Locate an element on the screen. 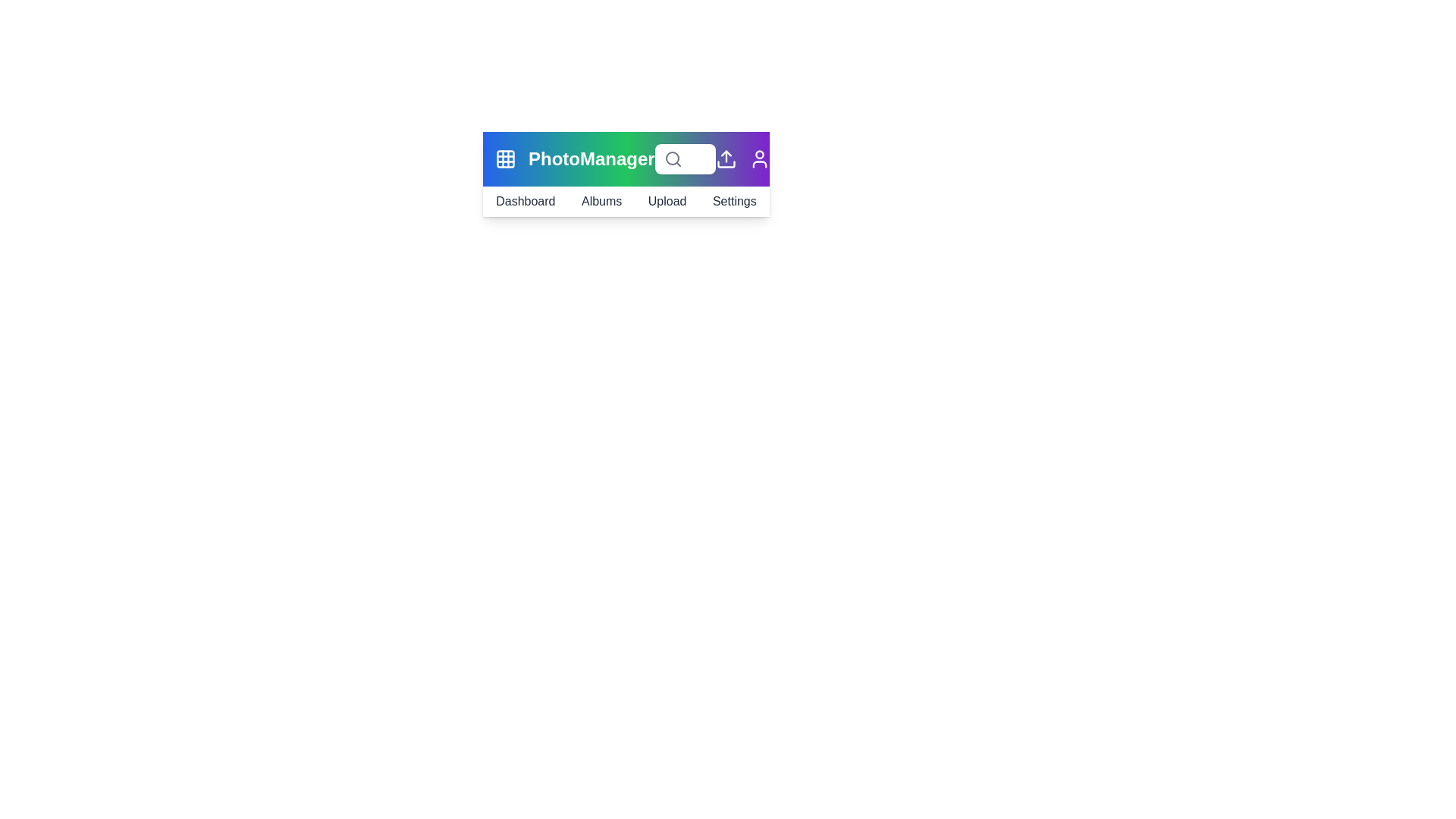 The height and width of the screenshot is (819, 1456). the search bar and type the query 'example query' is located at coordinates (684, 158).